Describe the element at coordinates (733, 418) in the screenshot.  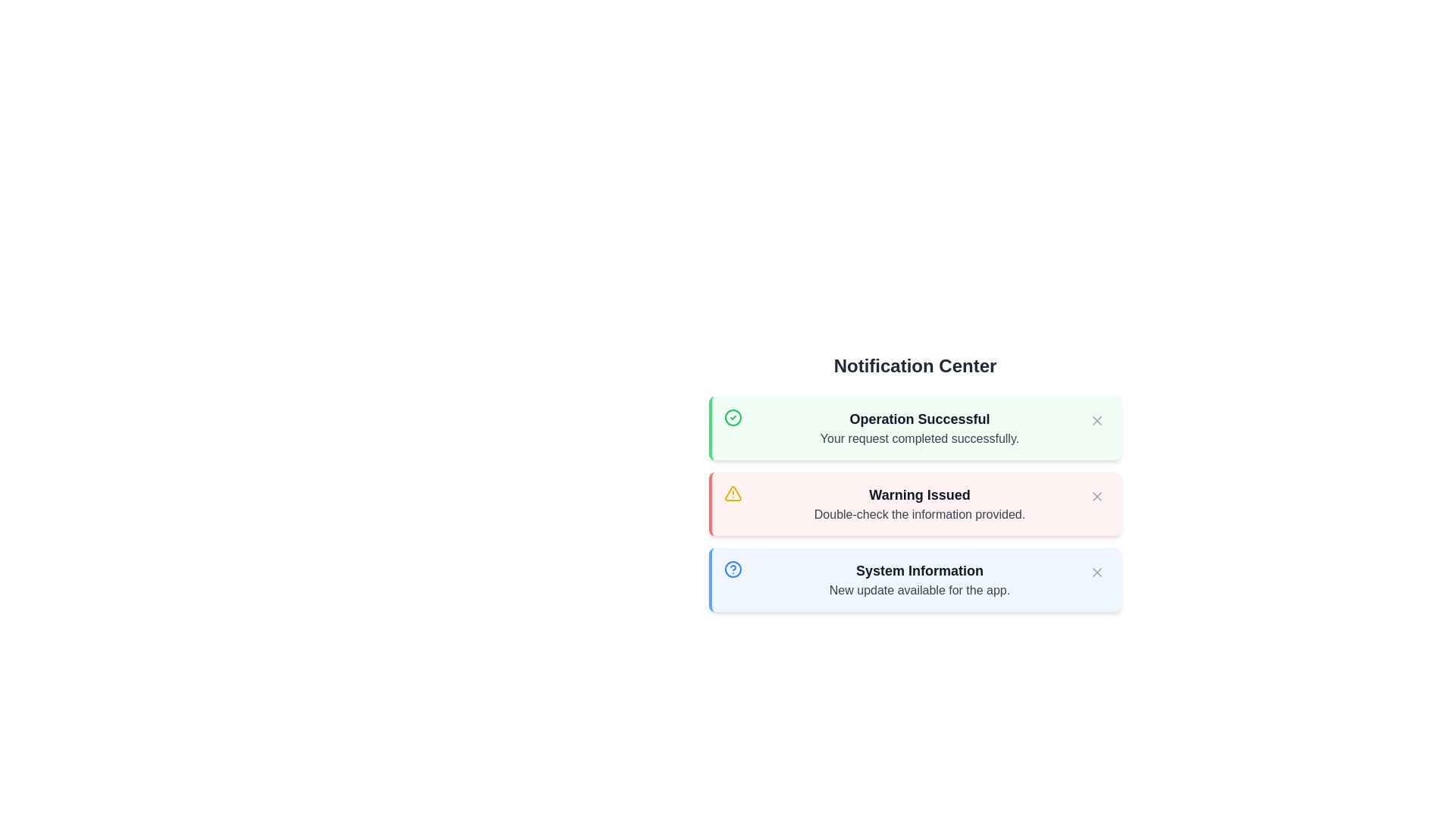
I see `the Decorative status indicator icon within the notification card titled 'Operation Successful' to indicate that the operation was successful` at that location.